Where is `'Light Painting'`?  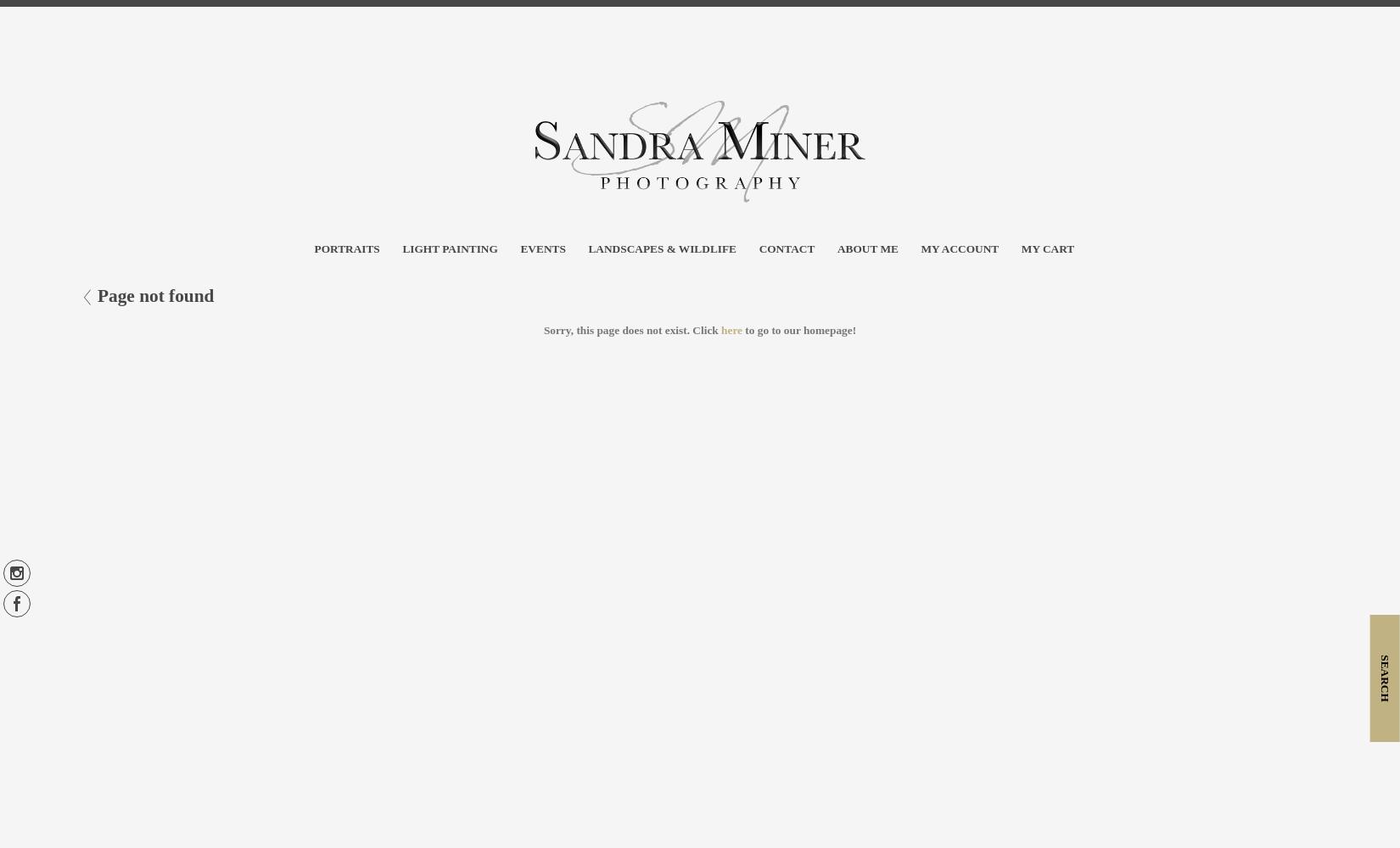
'Light Painting' is located at coordinates (448, 248).